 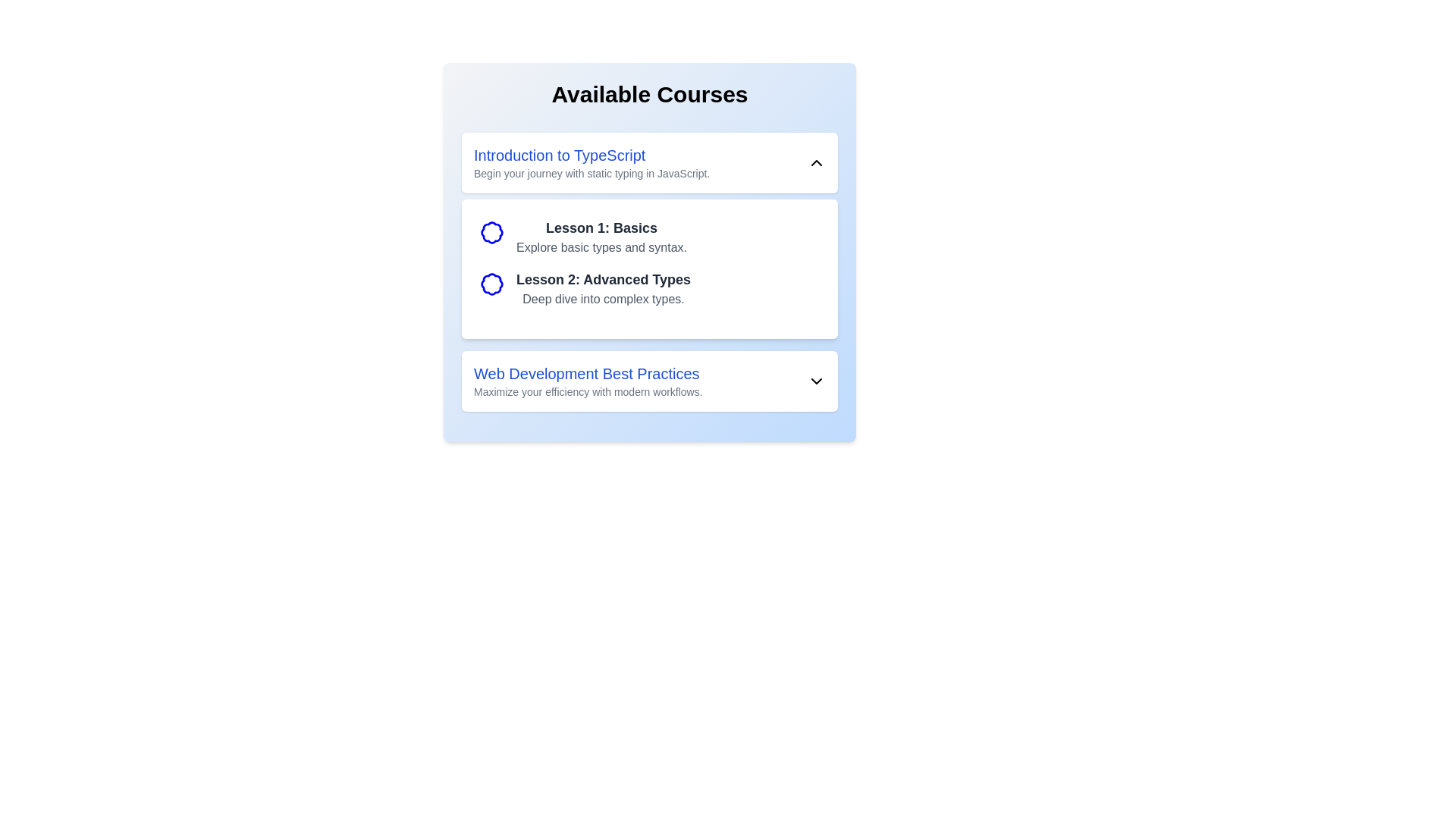 What do you see at coordinates (587, 391) in the screenshot?
I see `the descriptive text element for the 'Web Development Best Practices' section, located beneath the corresponding header within a collapsible card component` at bounding box center [587, 391].